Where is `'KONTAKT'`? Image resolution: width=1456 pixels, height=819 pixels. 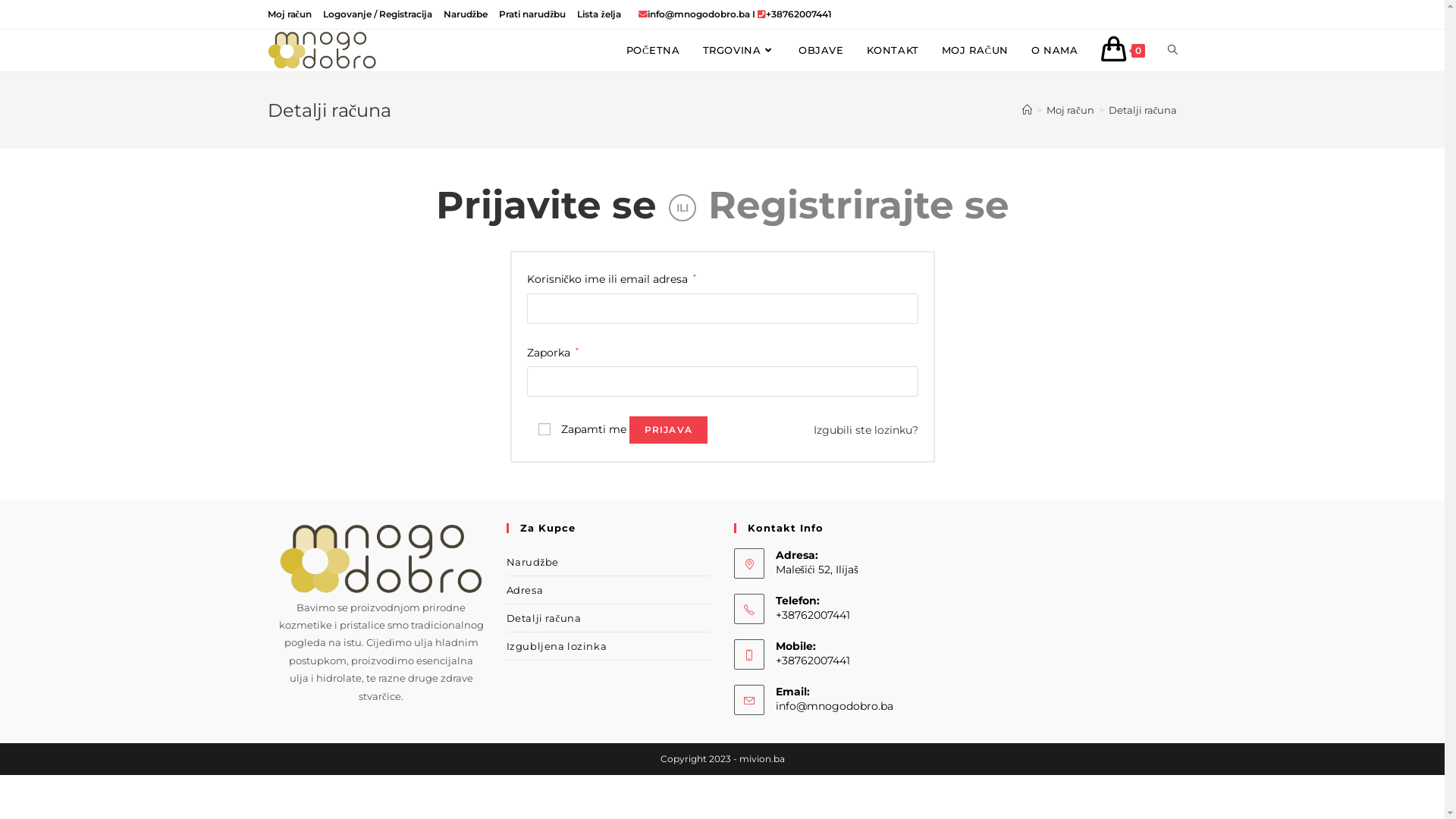
'KONTAKT' is located at coordinates (893, 49).